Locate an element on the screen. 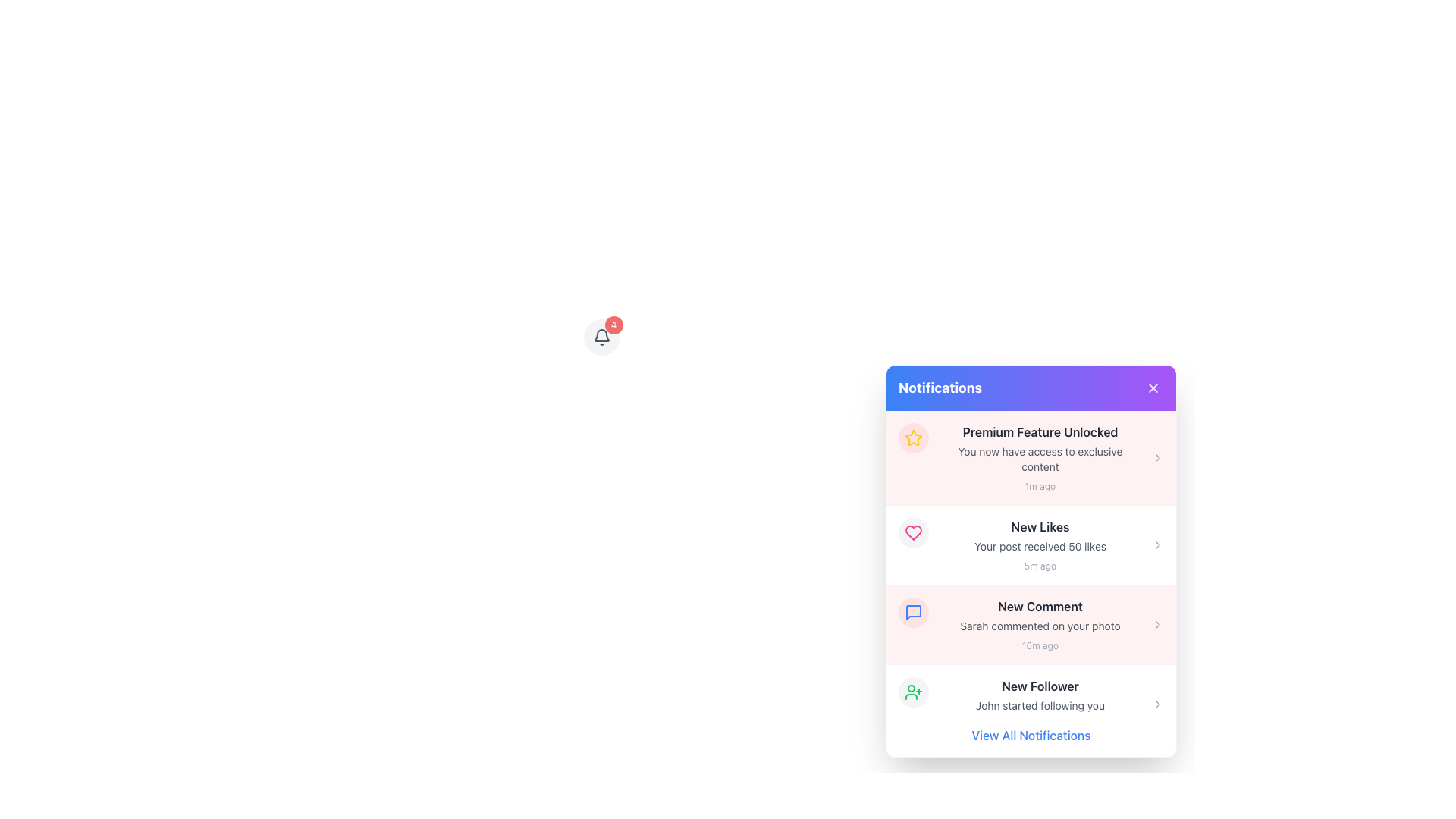 This screenshot has width=1456, height=819. the icon that represents the action to add a user, located in the notifications panel below the 'New Follower' text is located at coordinates (912, 692).